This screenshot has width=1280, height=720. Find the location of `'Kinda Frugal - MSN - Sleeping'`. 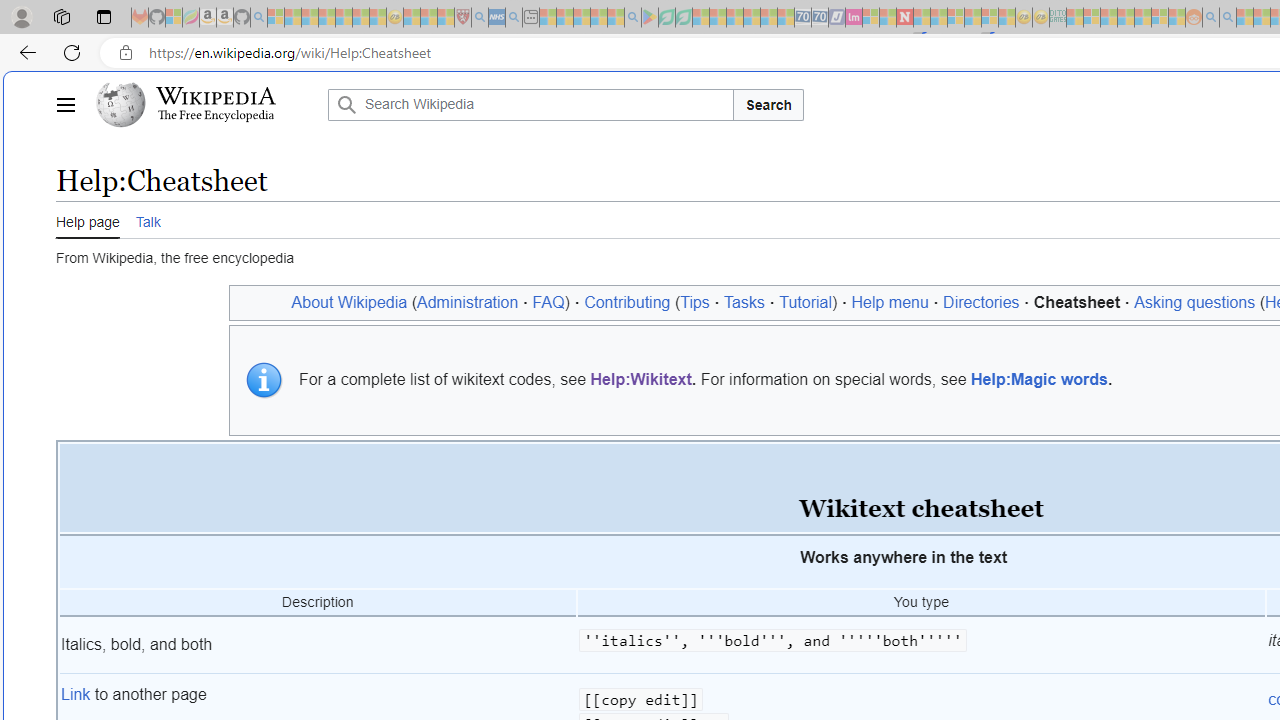

'Kinda Frugal - MSN - Sleeping' is located at coordinates (1143, 17).